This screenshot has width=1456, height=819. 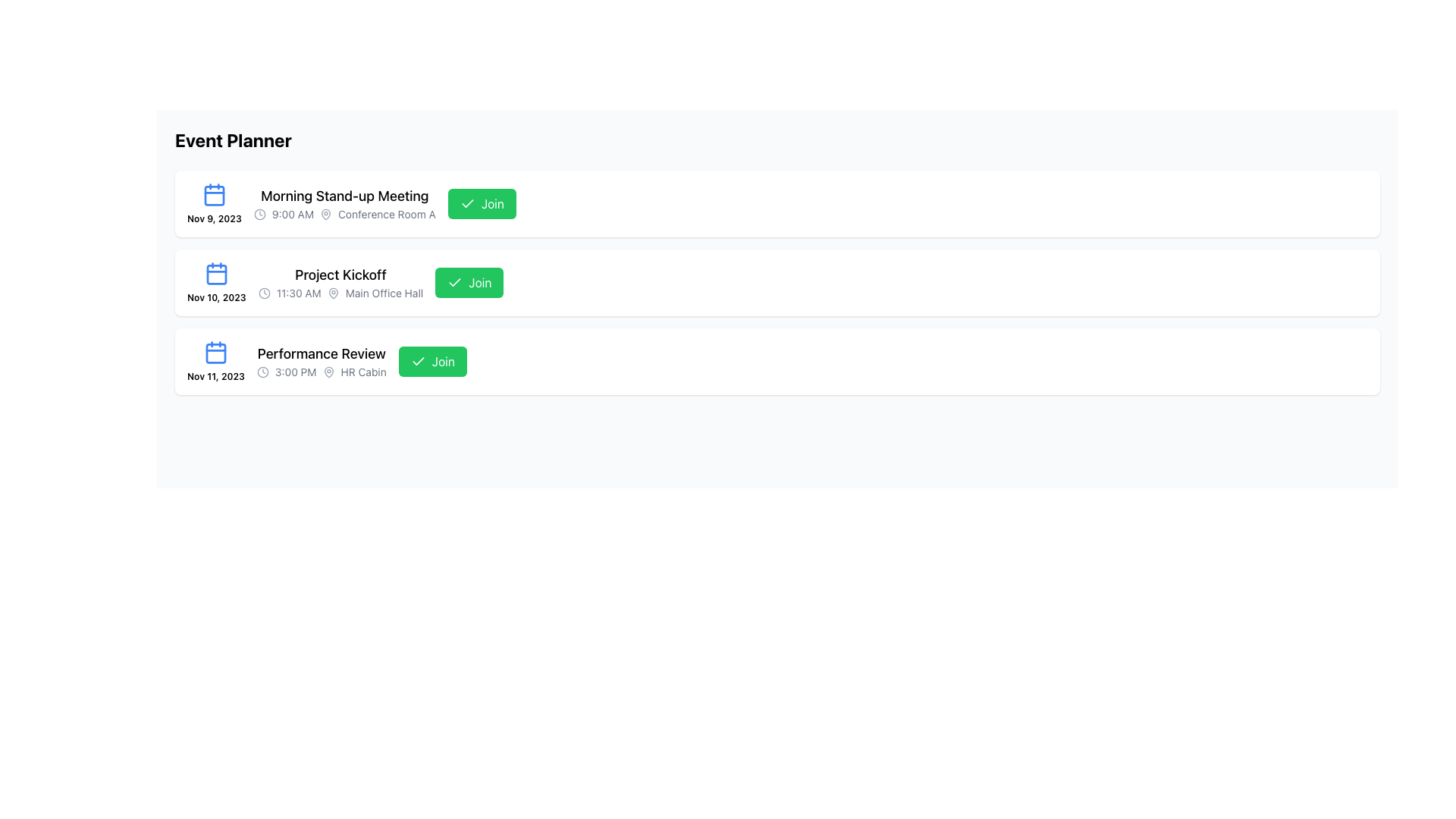 What do you see at coordinates (213, 194) in the screenshot?
I see `the calendar icon with a blue outline located in the first event block under the 'Event Planner' section, positioned above the date 'Nov 9, 2023'` at bounding box center [213, 194].